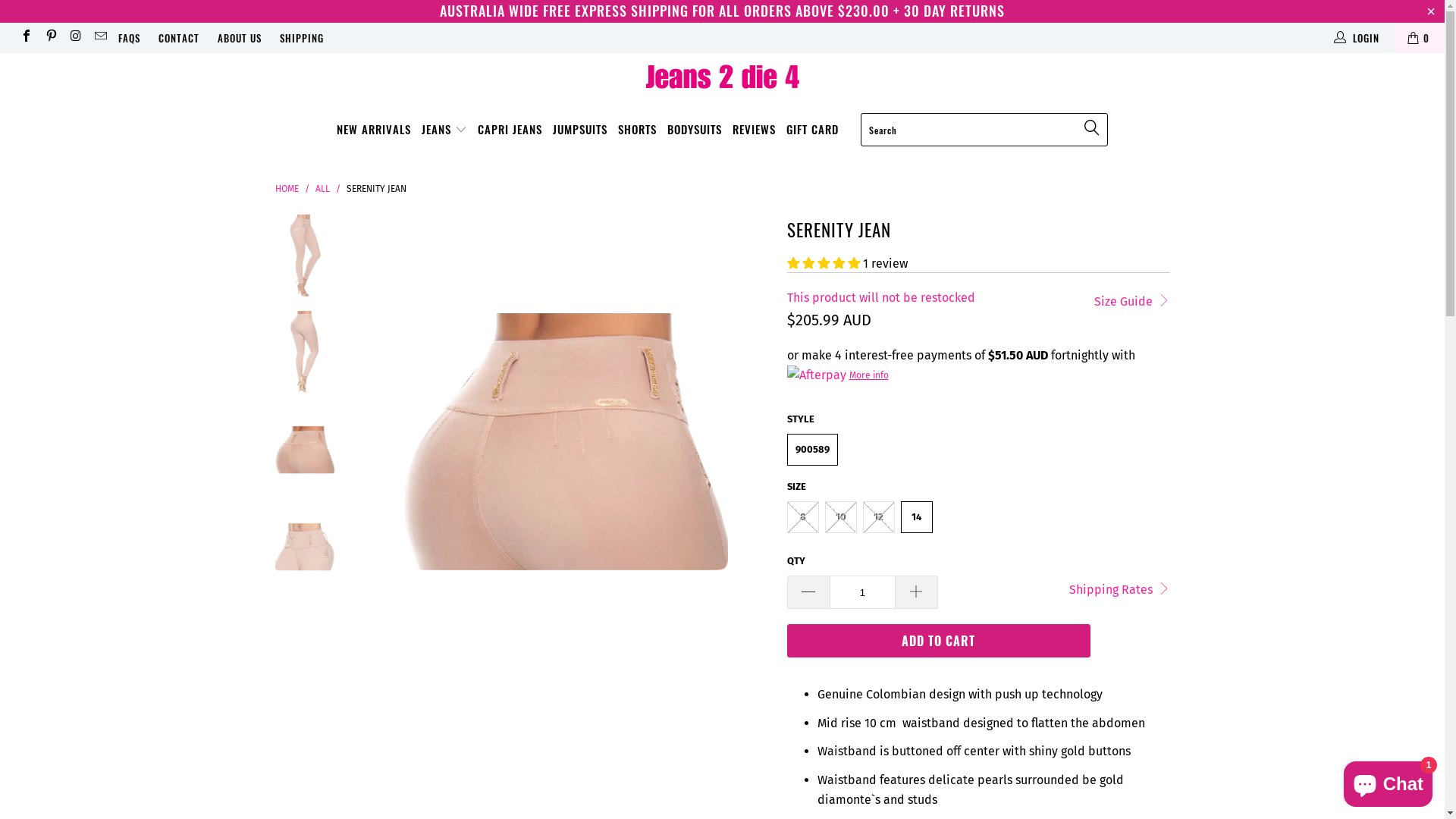 This screenshot has width=1456, height=819. What do you see at coordinates (836, 375) in the screenshot?
I see `'More info'` at bounding box center [836, 375].